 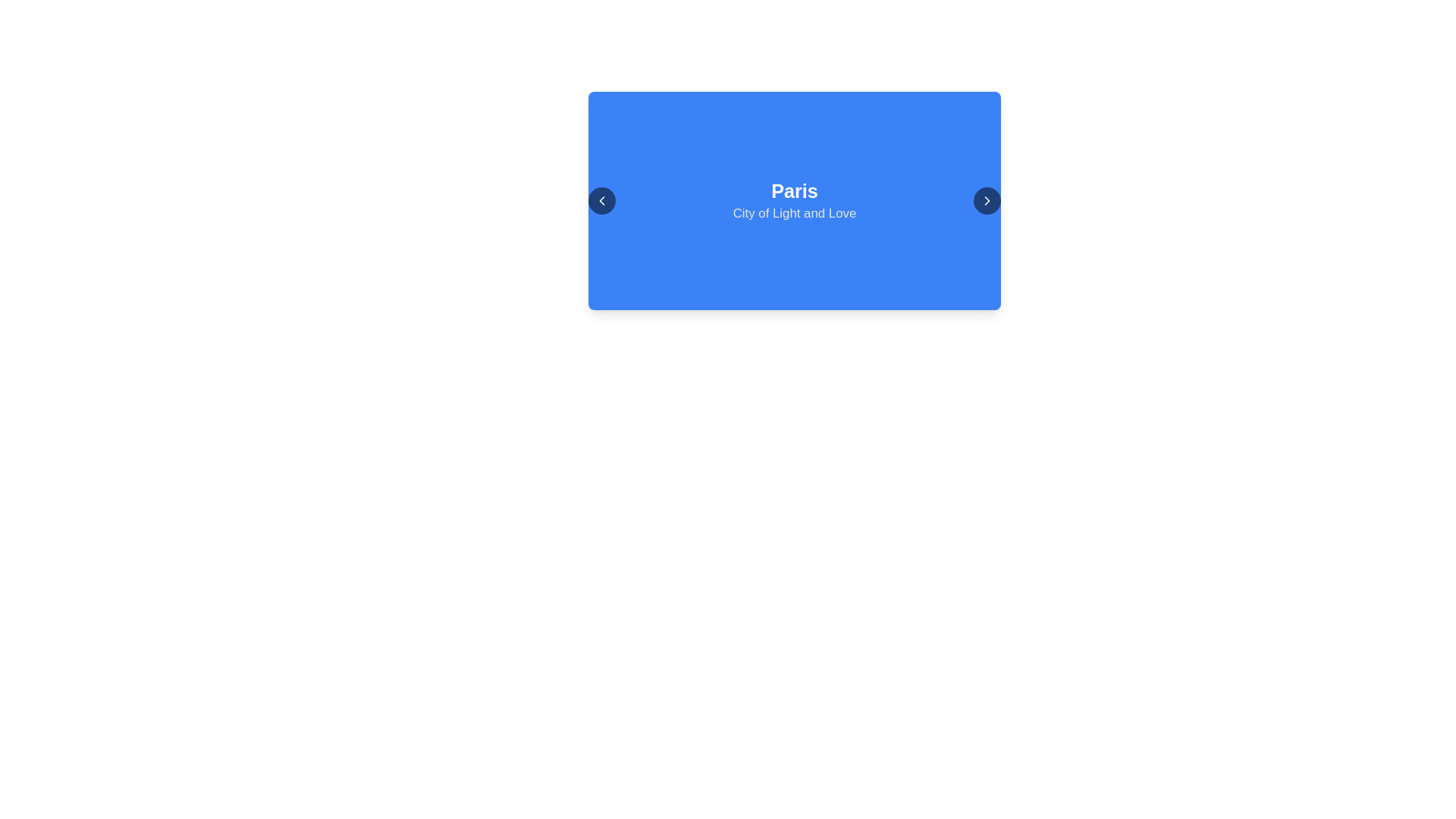 I want to click on the circular button with a dark background and a white chevron arrow pointing to the right, so click(x=987, y=200).